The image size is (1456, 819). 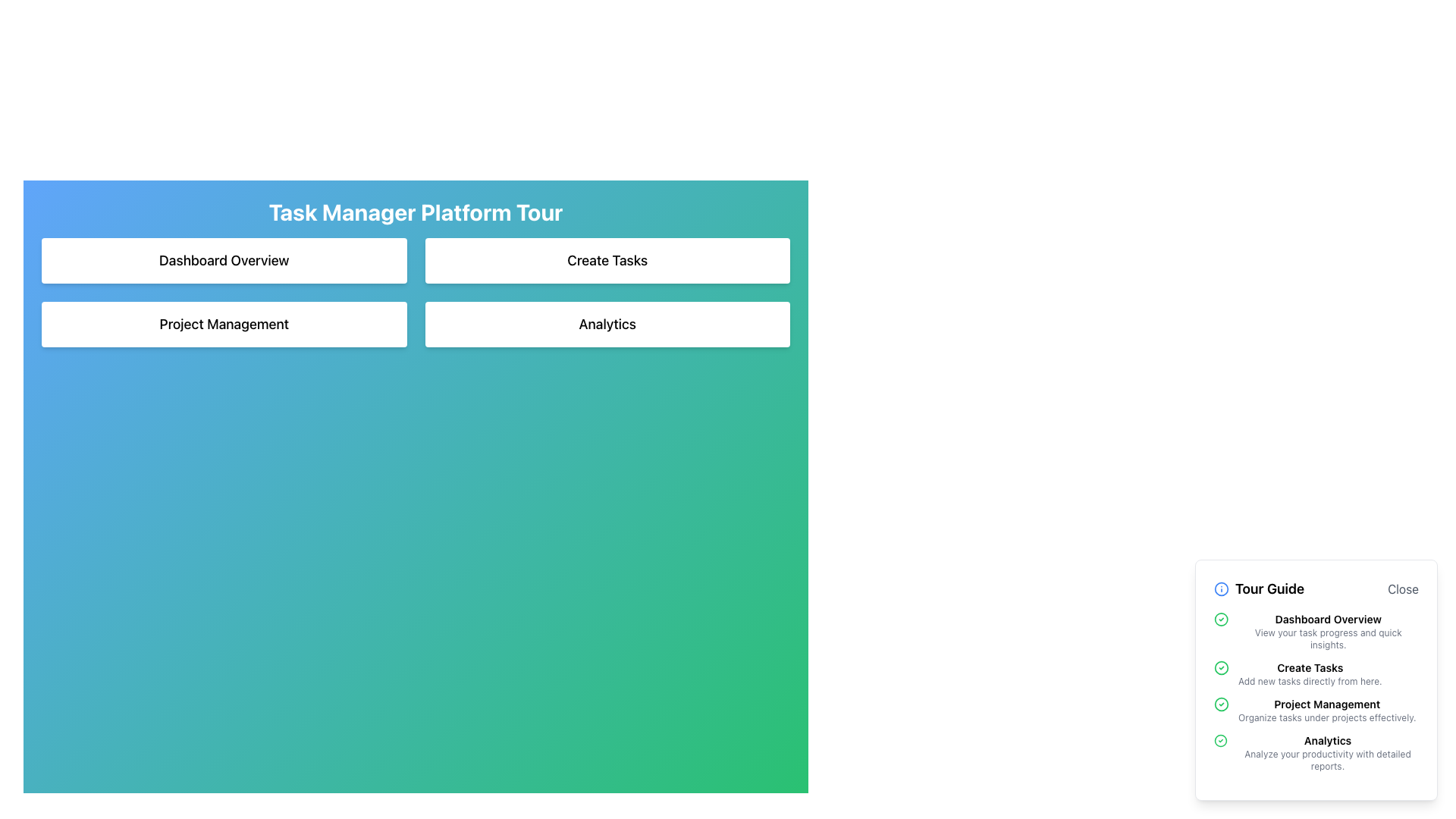 I want to click on the circular graphical shape element within the Tour Guide section, part of the blue info SVG icon, located to the left of the 'Tour Guide' title, so click(x=1222, y=588).